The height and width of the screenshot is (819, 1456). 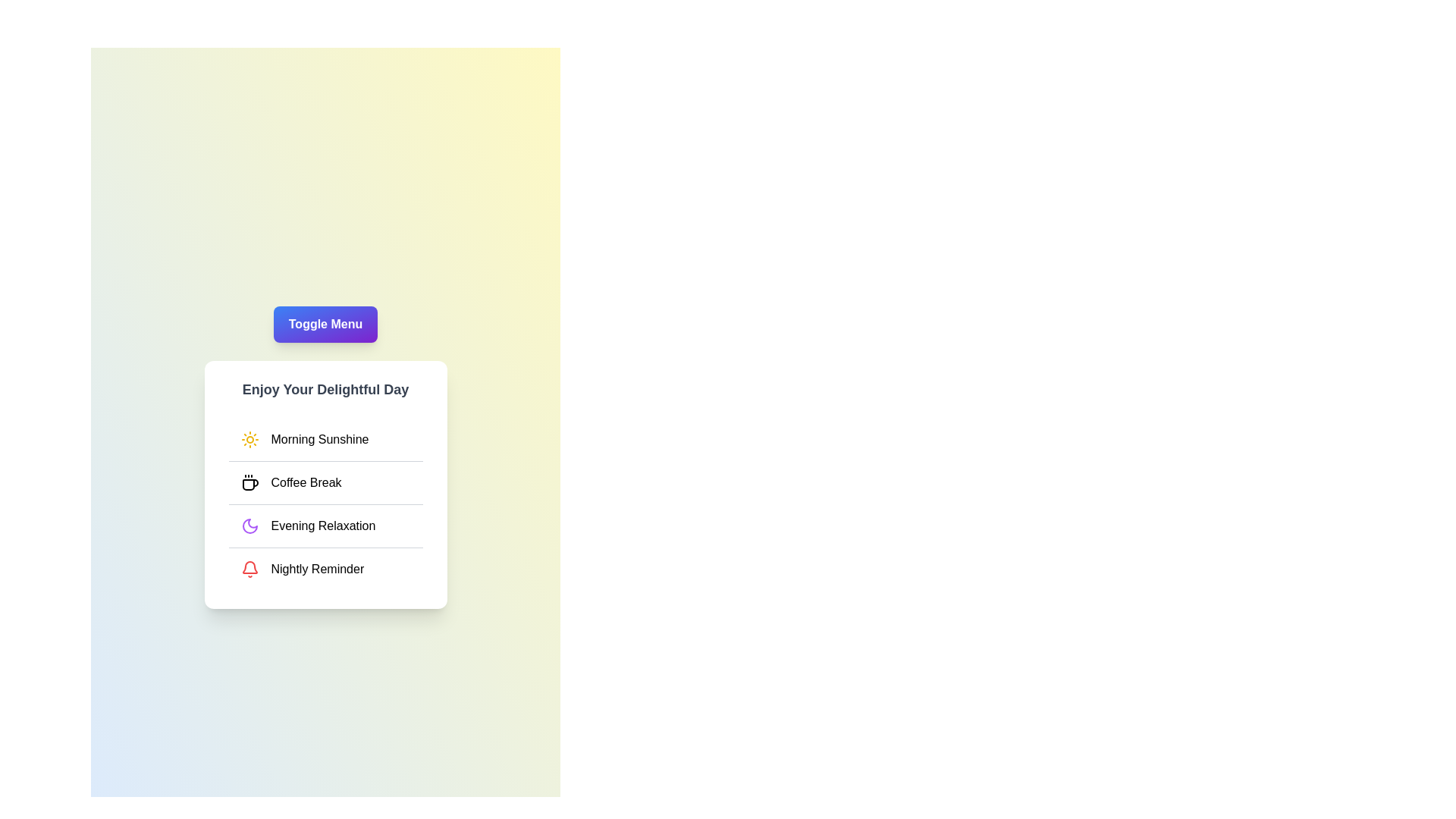 What do you see at coordinates (325, 439) in the screenshot?
I see `the menu item labeled Morning Sunshine` at bounding box center [325, 439].